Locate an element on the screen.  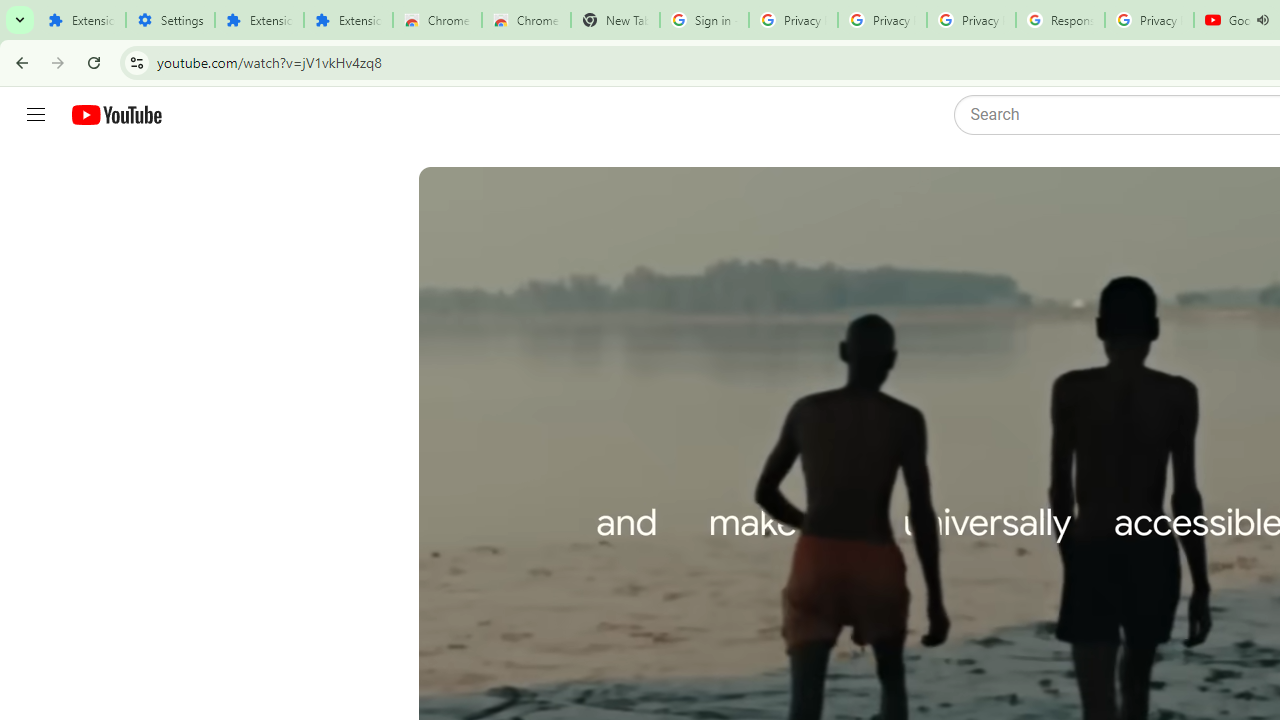
'Extensions' is located at coordinates (258, 20).